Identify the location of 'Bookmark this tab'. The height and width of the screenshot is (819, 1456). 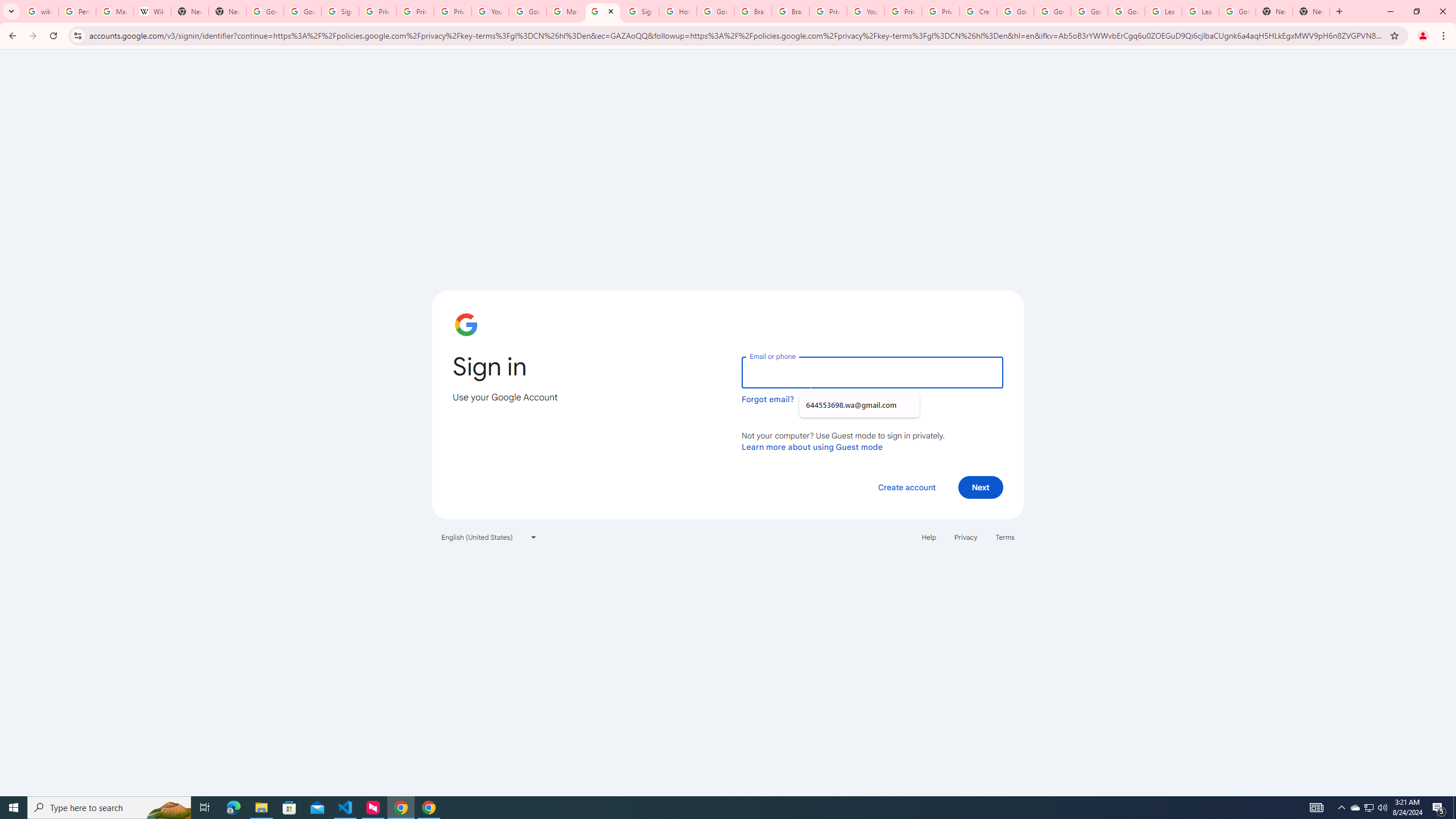
(1393, 35).